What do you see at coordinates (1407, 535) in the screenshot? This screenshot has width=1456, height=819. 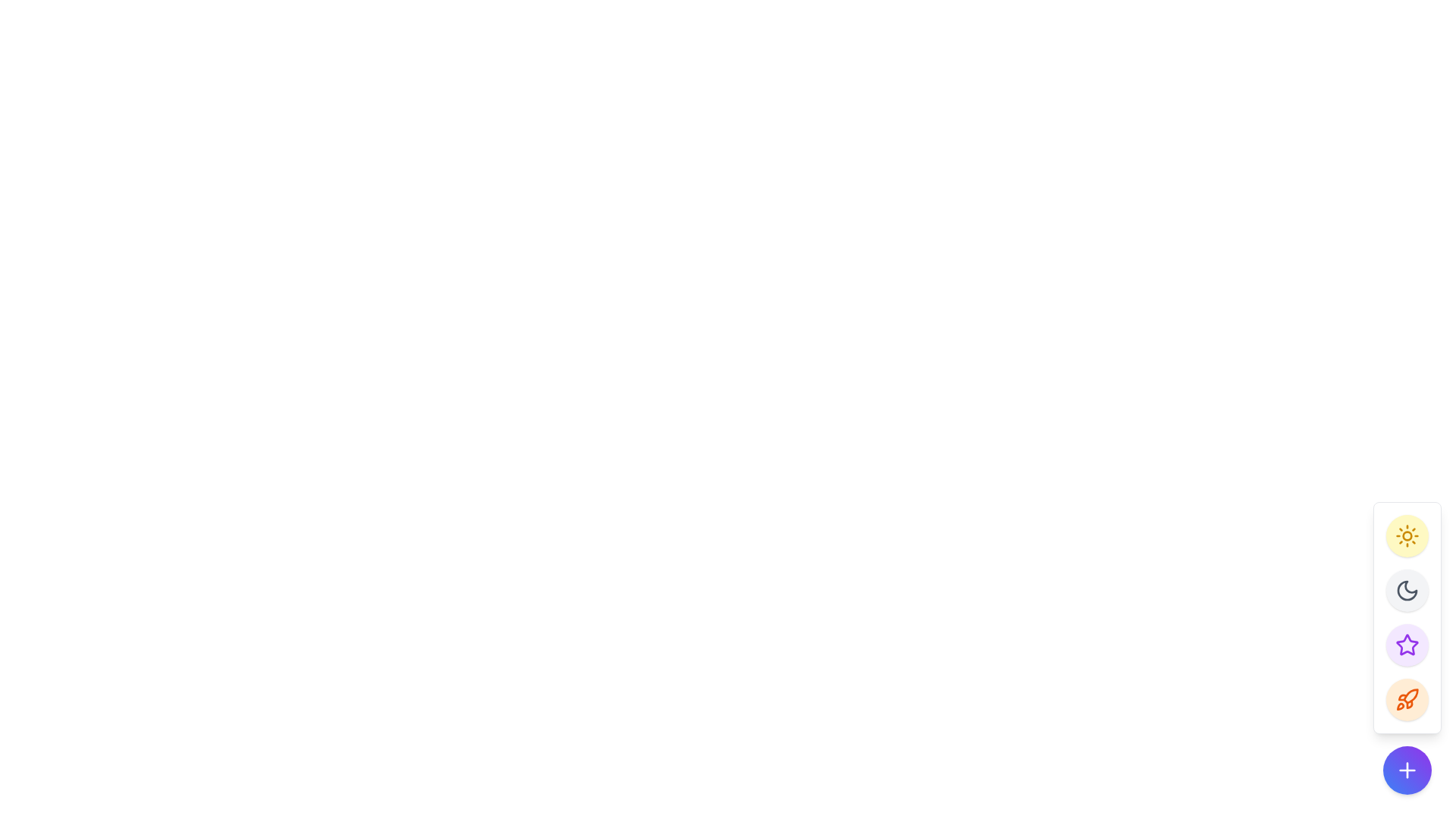 I see `the topmost circular button that activates the sun mode in the vertical set of buttons located at the bottom-right edge of the interface` at bounding box center [1407, 535].